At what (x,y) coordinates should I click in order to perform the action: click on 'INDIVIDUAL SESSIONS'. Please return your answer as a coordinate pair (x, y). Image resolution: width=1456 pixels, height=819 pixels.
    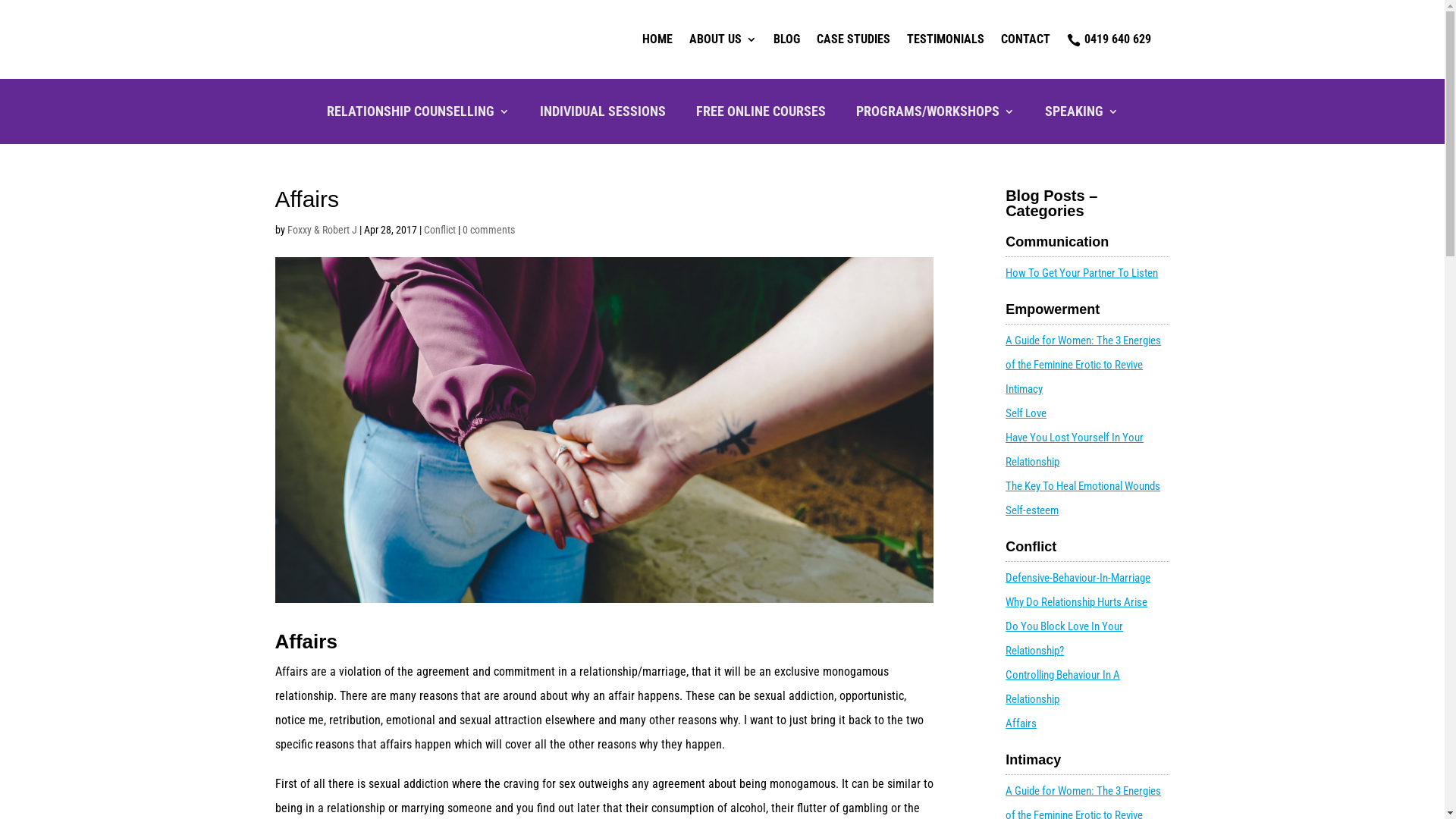
    Looking at the image, I should click on (602, 113).